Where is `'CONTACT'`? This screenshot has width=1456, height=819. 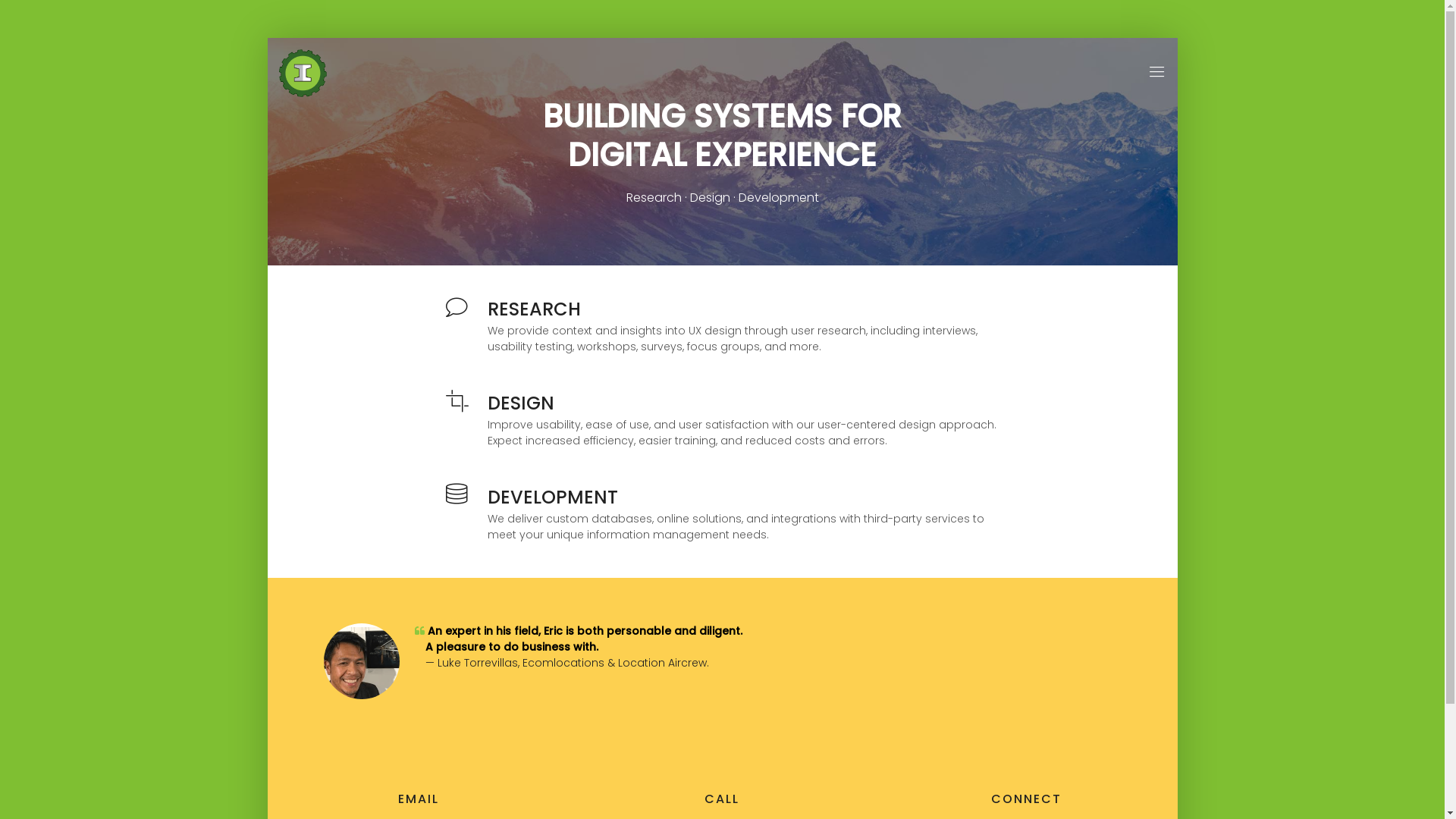
'CONTACT' is located at coordinates (1095, 81).